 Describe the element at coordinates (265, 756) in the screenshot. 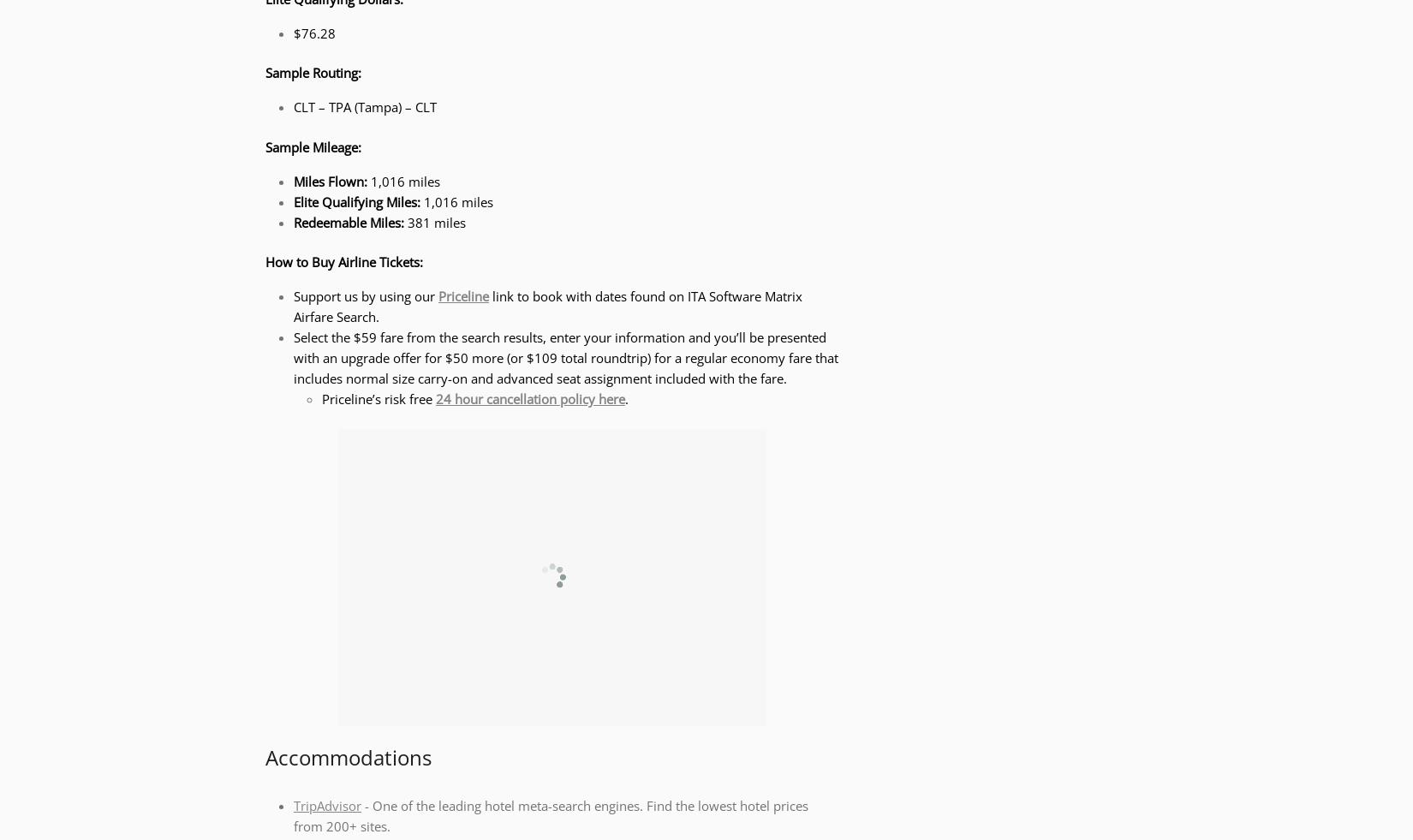

I see `'Accommodations'` at that location.